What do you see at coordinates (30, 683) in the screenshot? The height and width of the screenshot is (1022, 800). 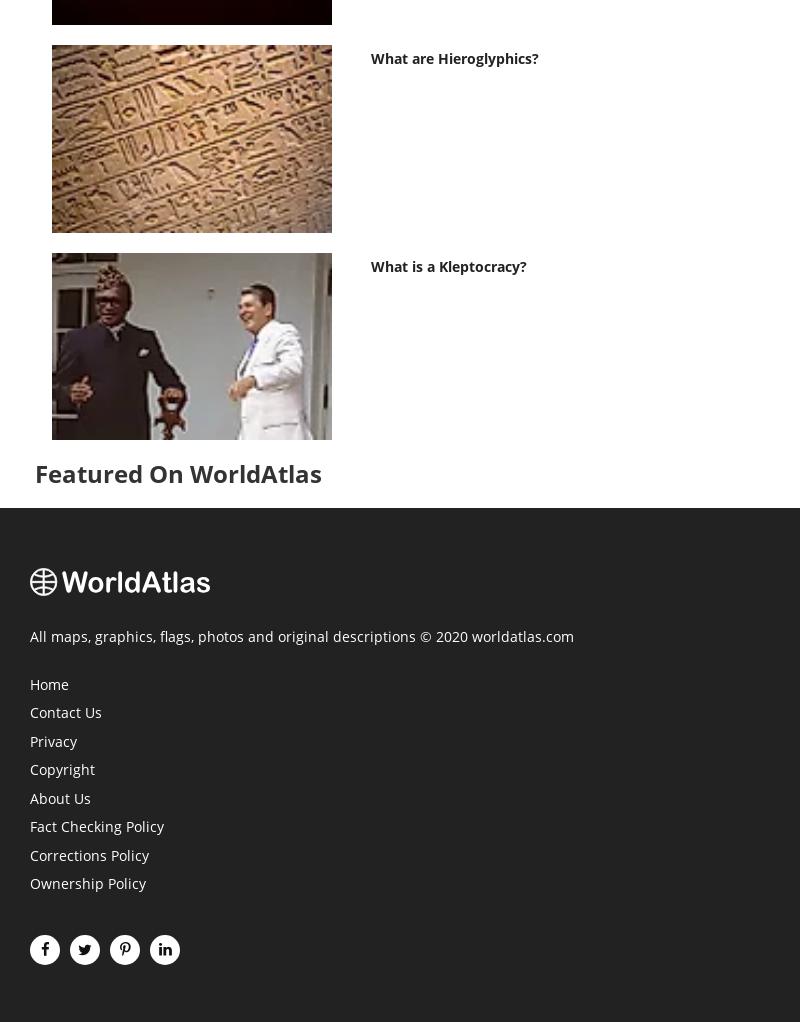 I see `'Home'` at bounding box center [30, 683].